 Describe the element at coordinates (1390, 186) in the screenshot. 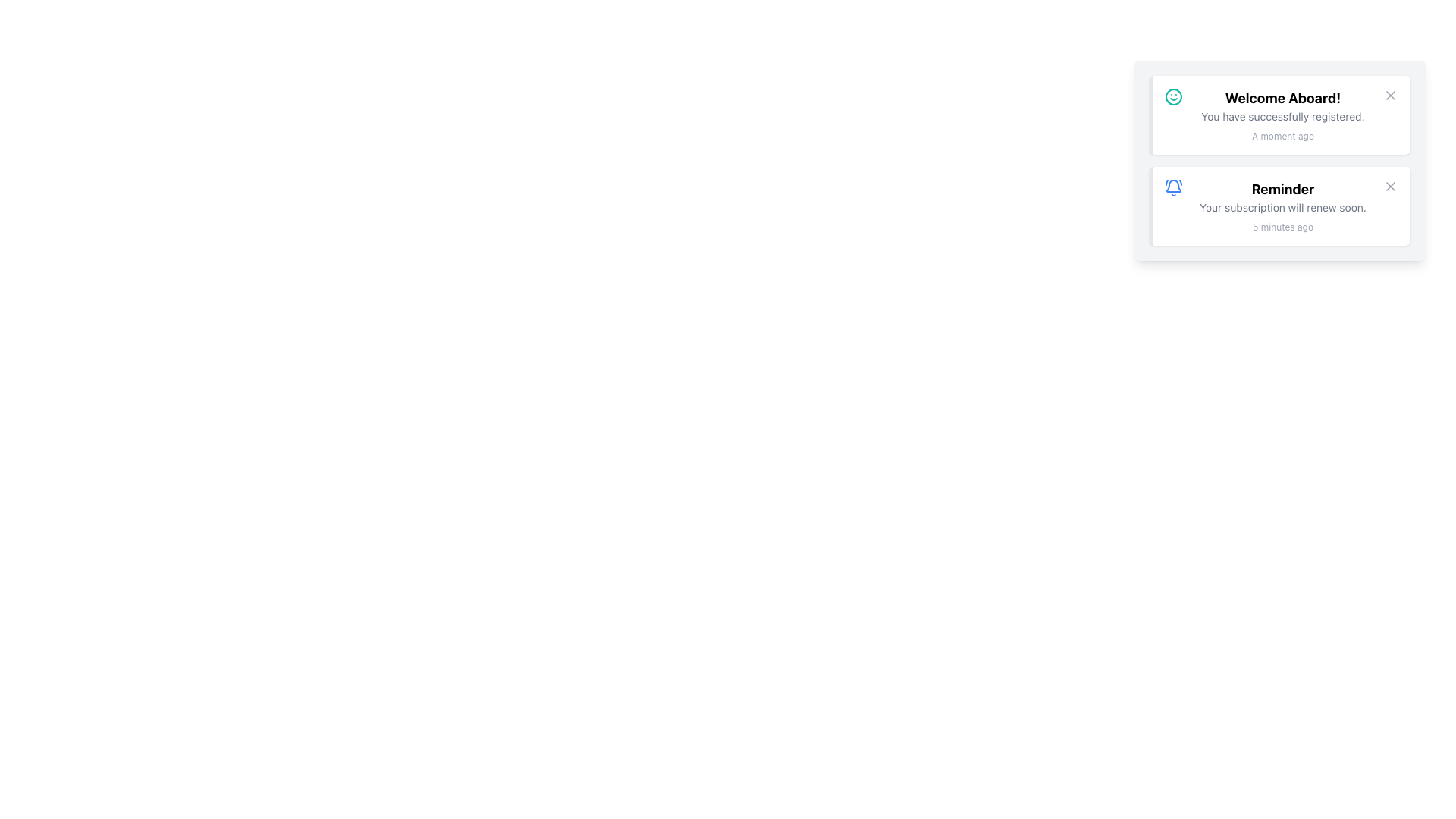

I see `the close/remove button located at the top-right corner of the 'Reminder' notification card to change its color` at that location.